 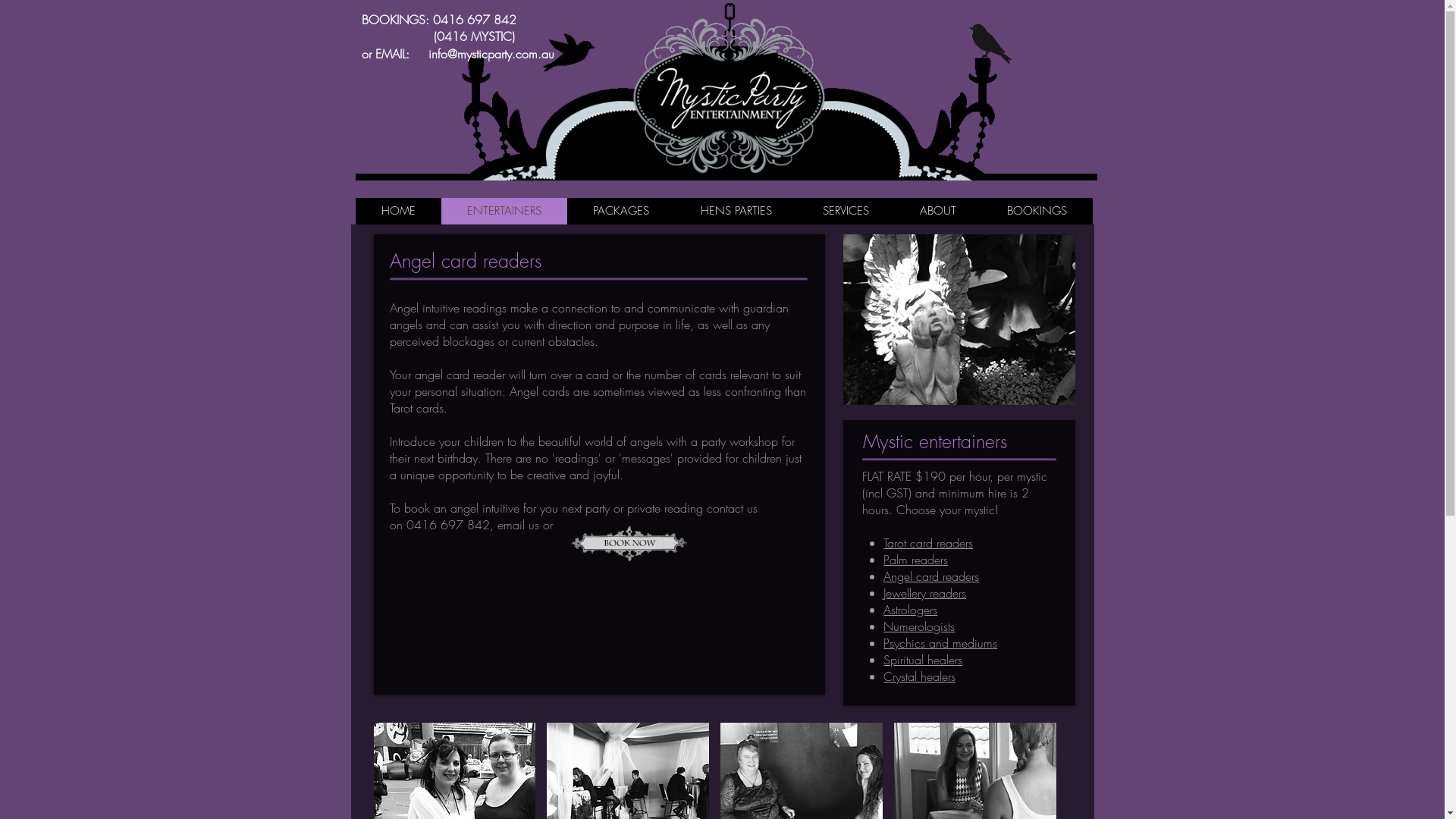 I want to click on 'angel1.png', so click(x=959, y=318).